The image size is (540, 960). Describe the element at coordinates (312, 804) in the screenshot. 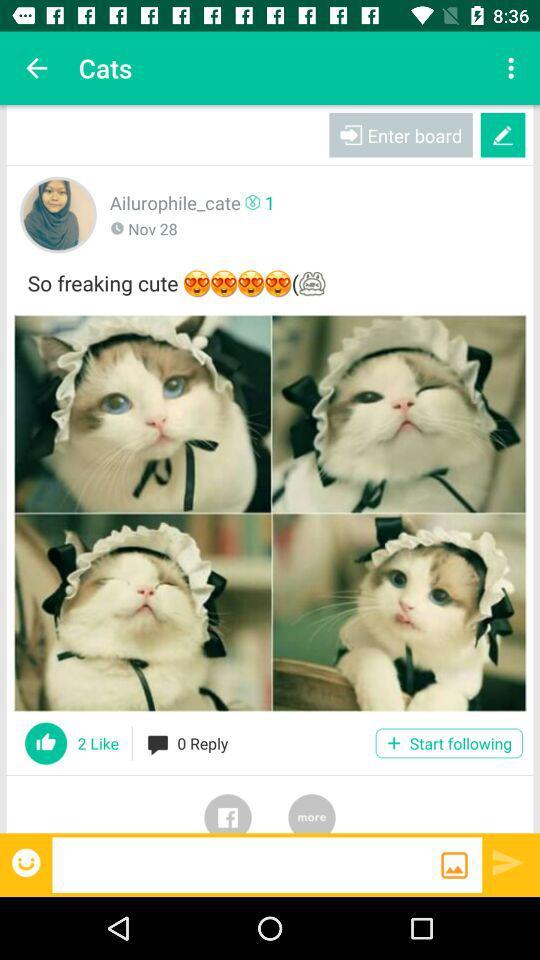

I see `see more` at that location.